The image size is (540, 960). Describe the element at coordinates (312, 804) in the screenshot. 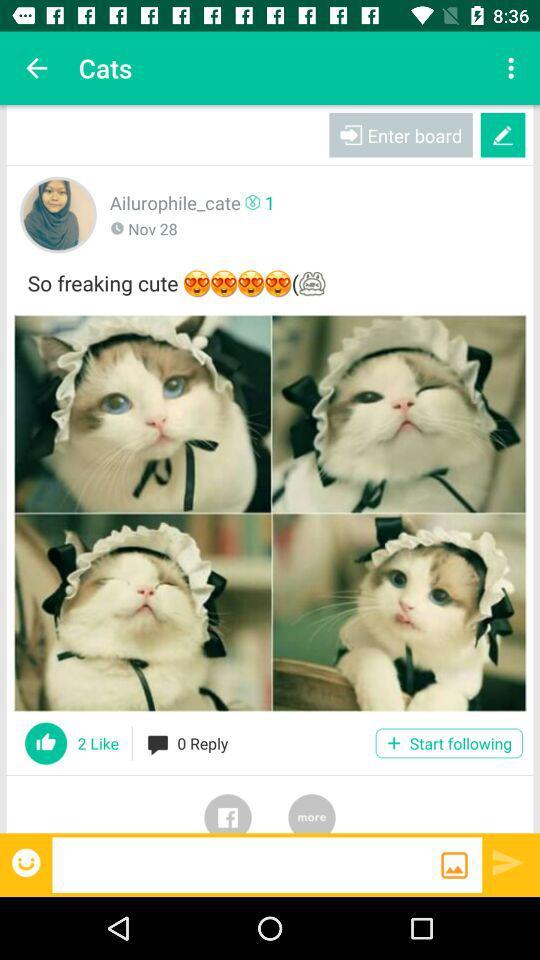

I see `see more` at that location.